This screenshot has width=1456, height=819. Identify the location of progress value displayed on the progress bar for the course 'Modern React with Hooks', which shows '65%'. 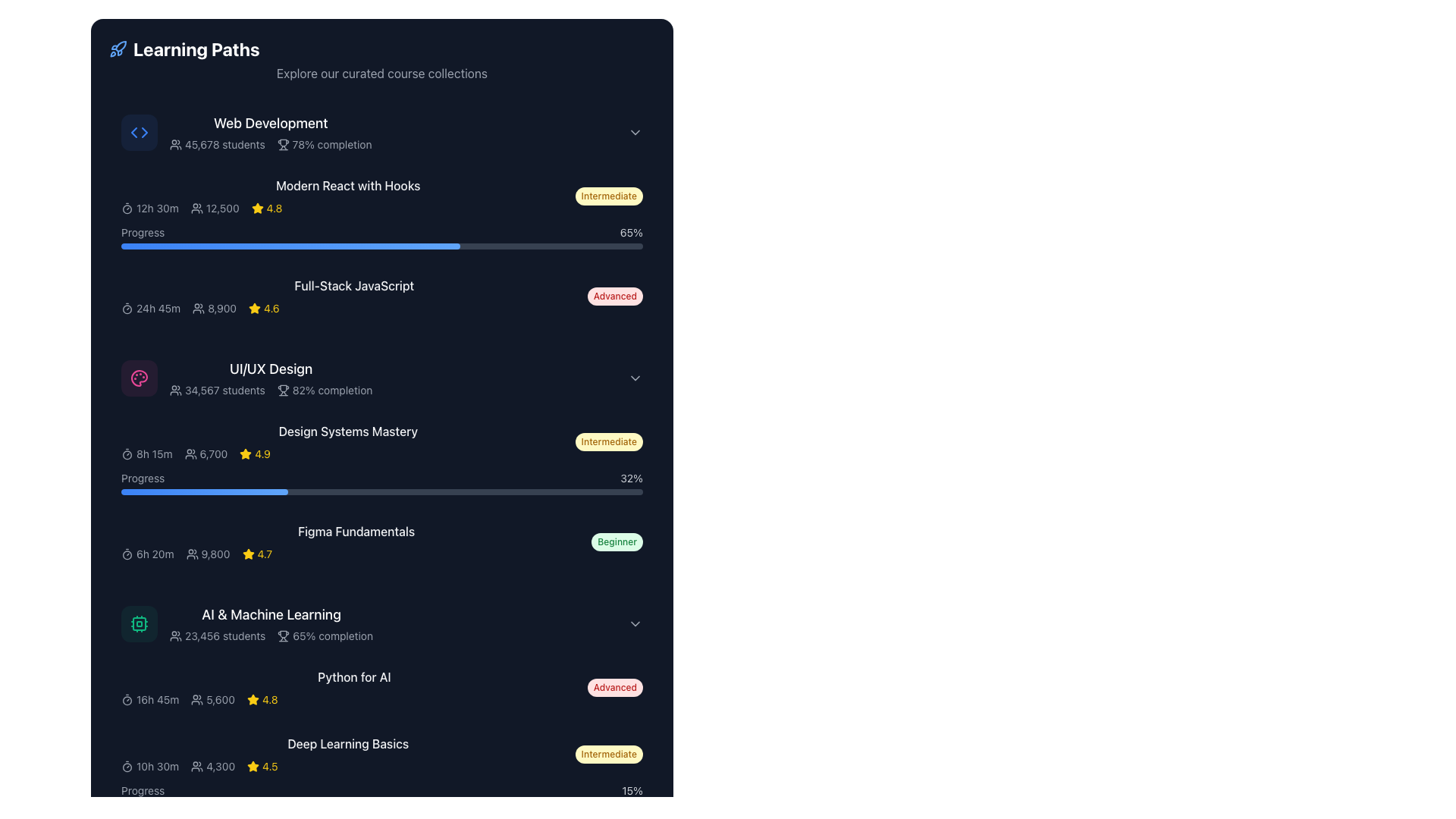
(382, 237).